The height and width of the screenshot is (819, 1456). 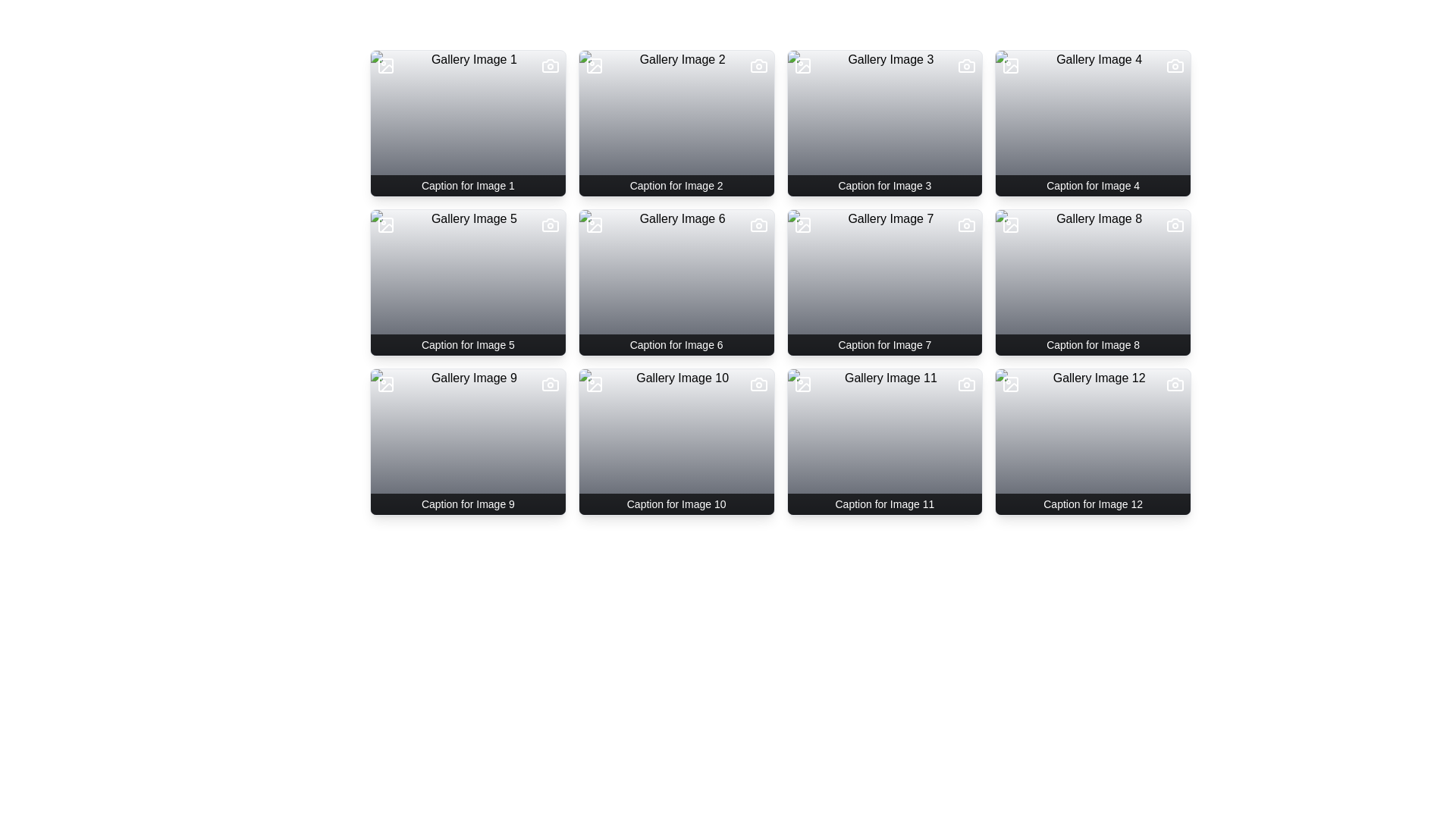 What do you see at coordinates (1011, 383) in the screenshot?
I see `the icon located at the top-left corner of the gallery item labeled 'Caption for Image 12'` at bounding box center [1011, 383].